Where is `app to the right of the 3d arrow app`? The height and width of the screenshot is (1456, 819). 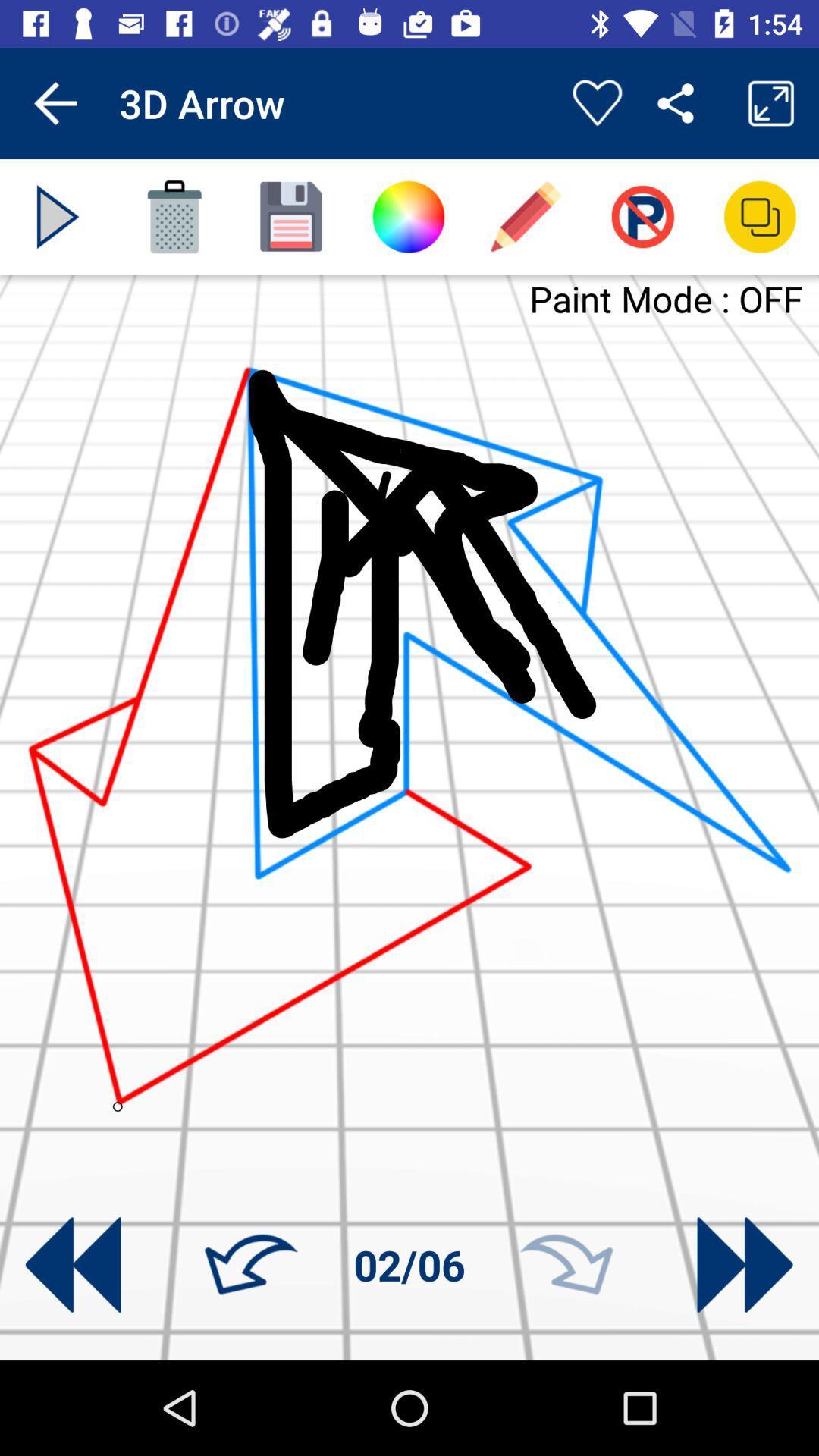
app to the right of the 3d arrow app is located at coordinates (596, 102).